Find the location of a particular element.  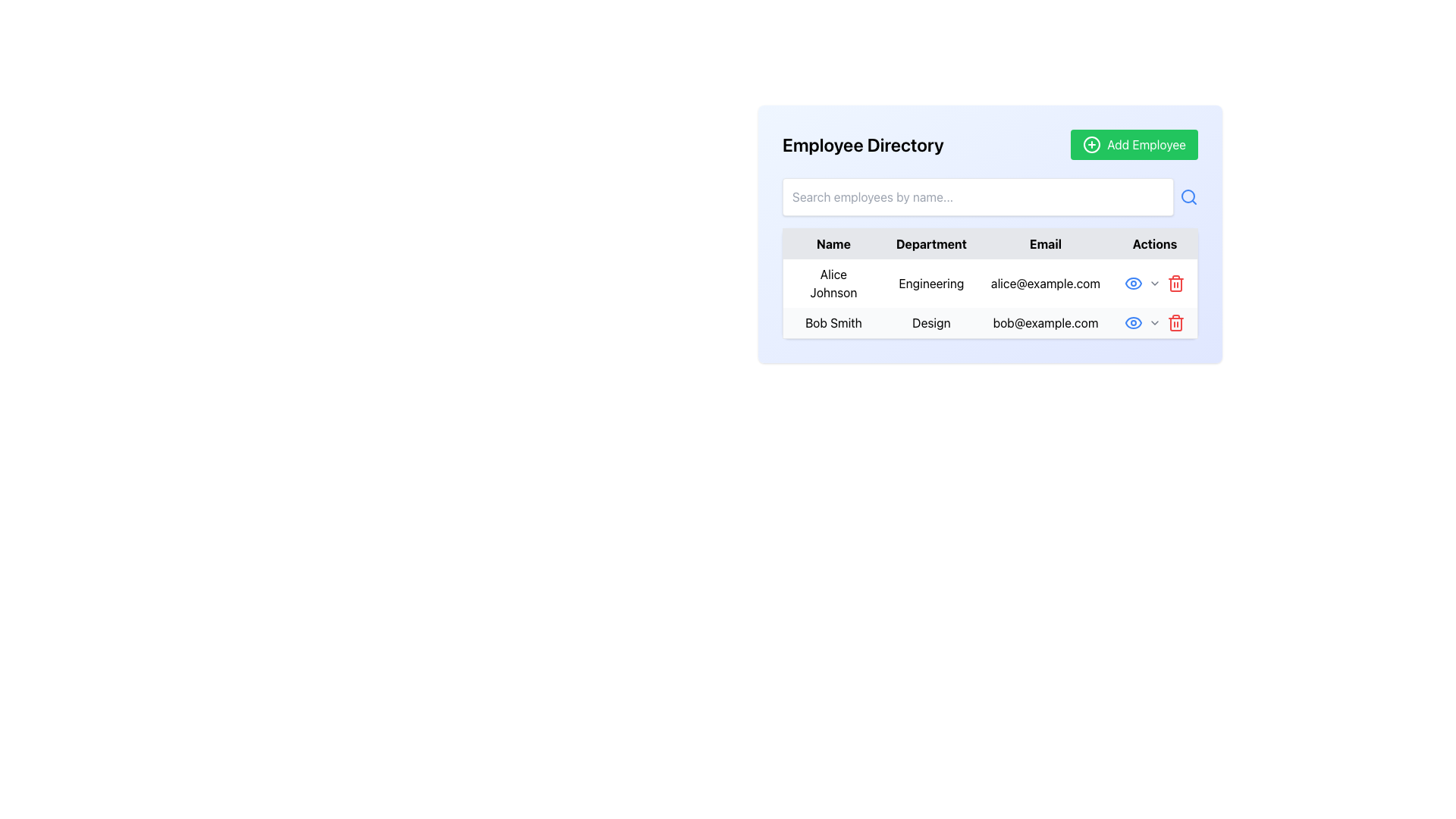

the dropdown arrow icon, which is the second icon in the 'Actions' column of the last row of the employee table is located at coordinates (1153, 322).